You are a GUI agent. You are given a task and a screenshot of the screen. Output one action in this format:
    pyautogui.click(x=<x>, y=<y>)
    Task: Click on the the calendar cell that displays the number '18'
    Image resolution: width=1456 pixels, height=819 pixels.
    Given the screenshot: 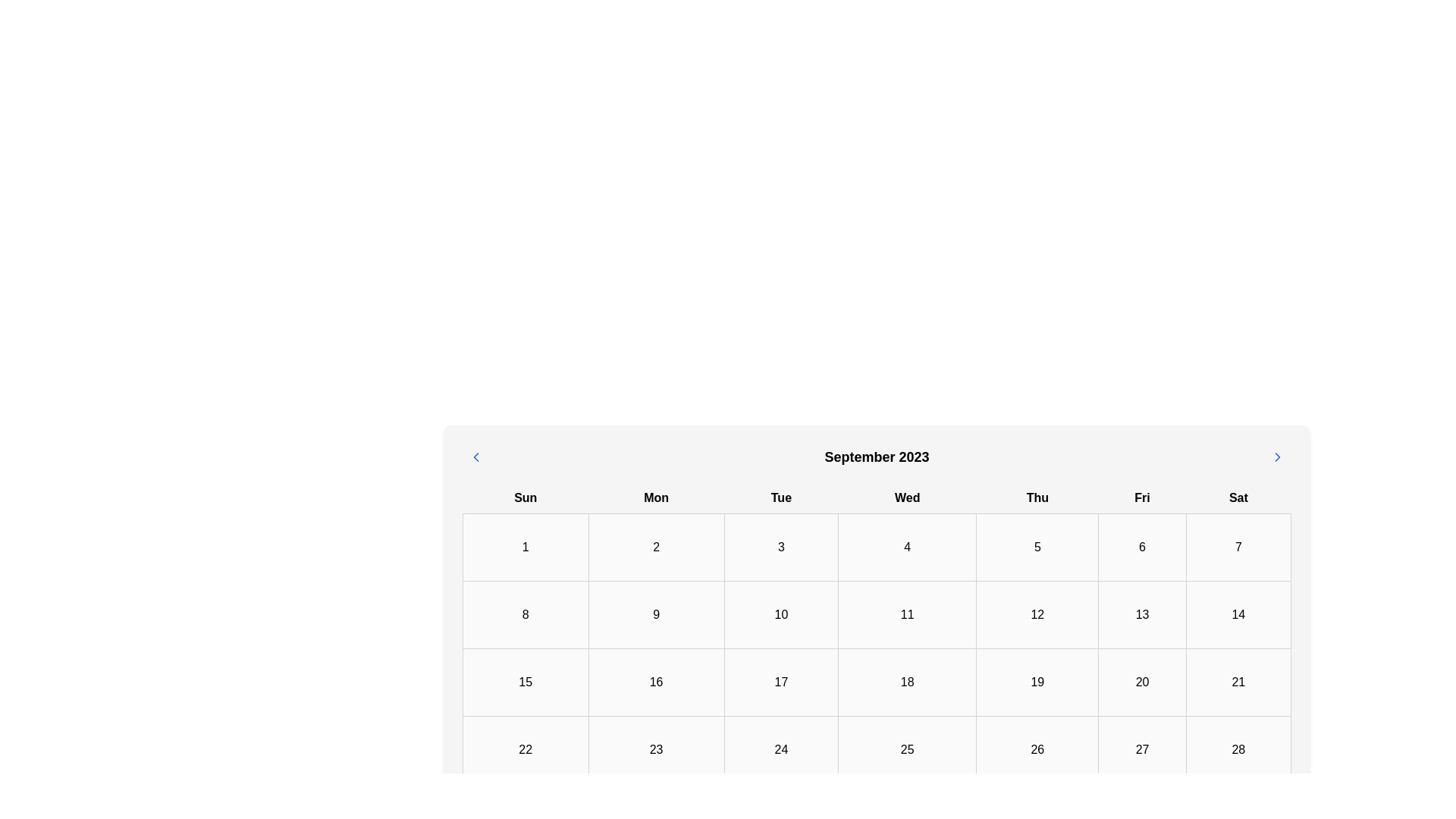 What is the action you would take?
    pyautogui.click(x=907, y=681)
    